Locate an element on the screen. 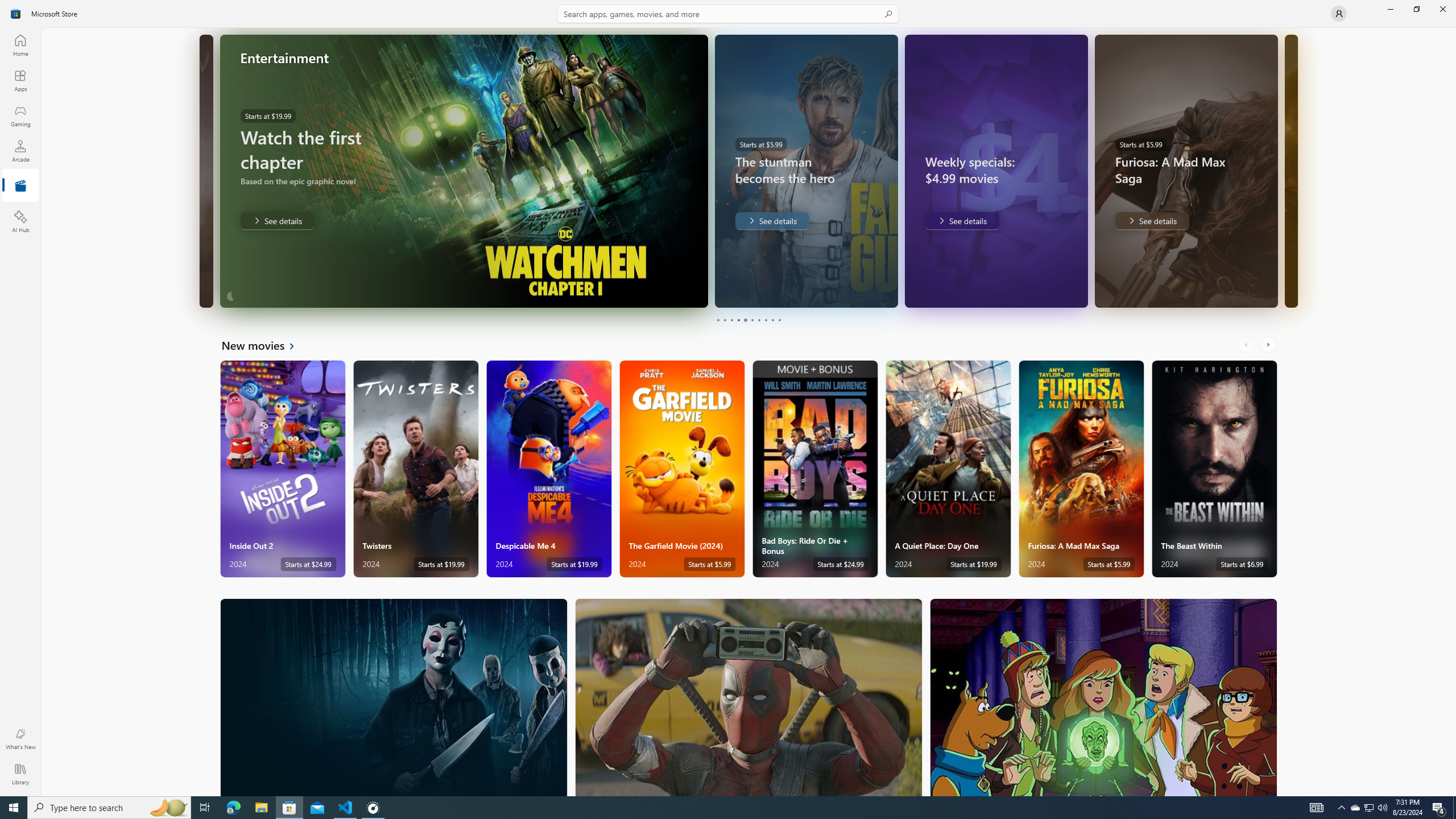 The image size is (1456, 819). 'Page 3' is located at coordinates (731, 320).